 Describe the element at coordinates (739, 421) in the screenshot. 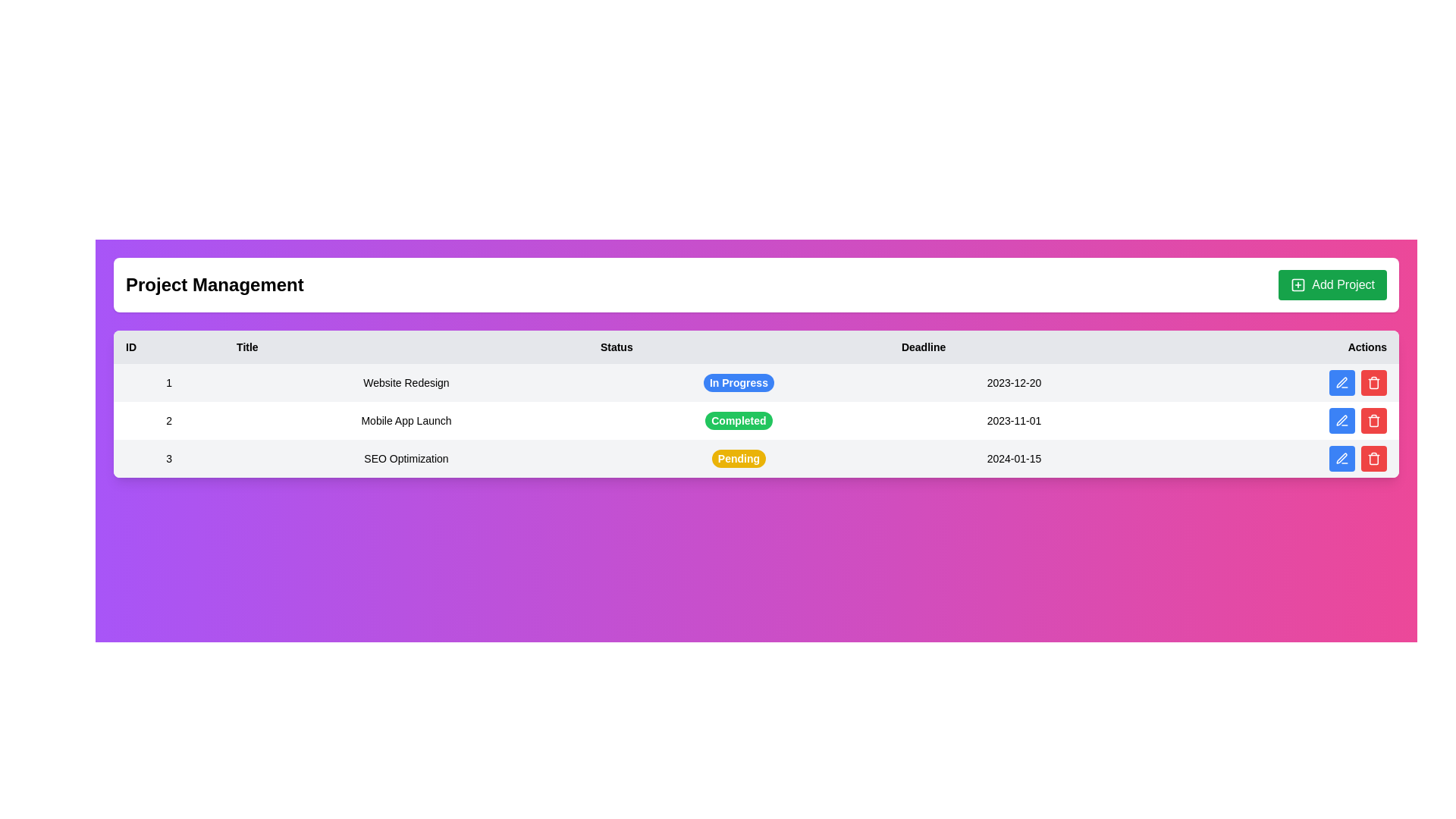

I see `text within the 'Completed' badge located in the 'Status' column of the second row, corresponding to the 'Mobile App Launch' project` at that location.